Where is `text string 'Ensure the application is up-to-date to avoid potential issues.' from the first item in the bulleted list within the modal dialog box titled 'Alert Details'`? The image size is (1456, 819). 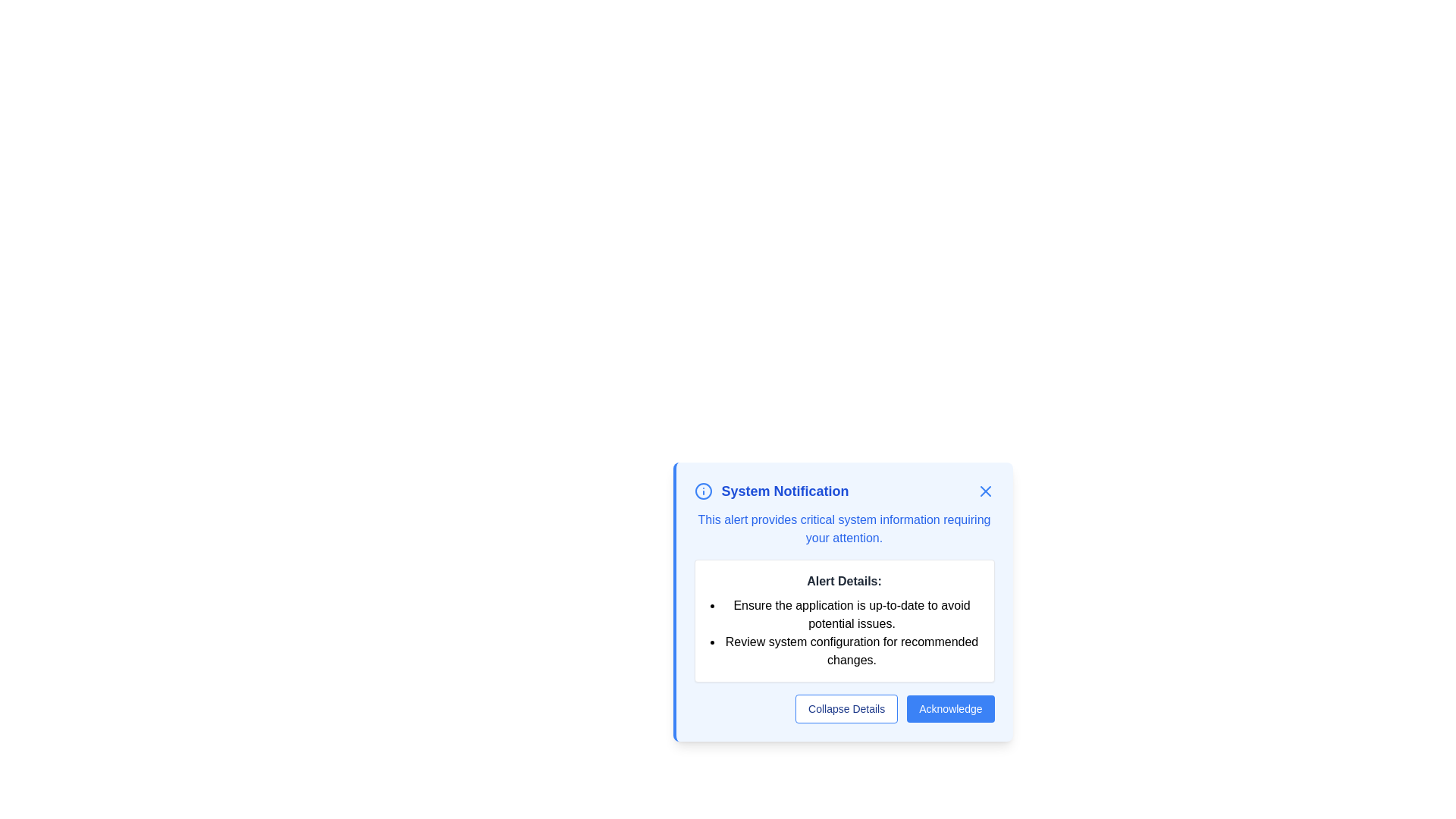 text string 'Ensure the application is up-to-date to avoid potential issues.' from the first item in the bulleted list within the modal dialog box titled 'Alert Details' is located at coordinates (852, 614).